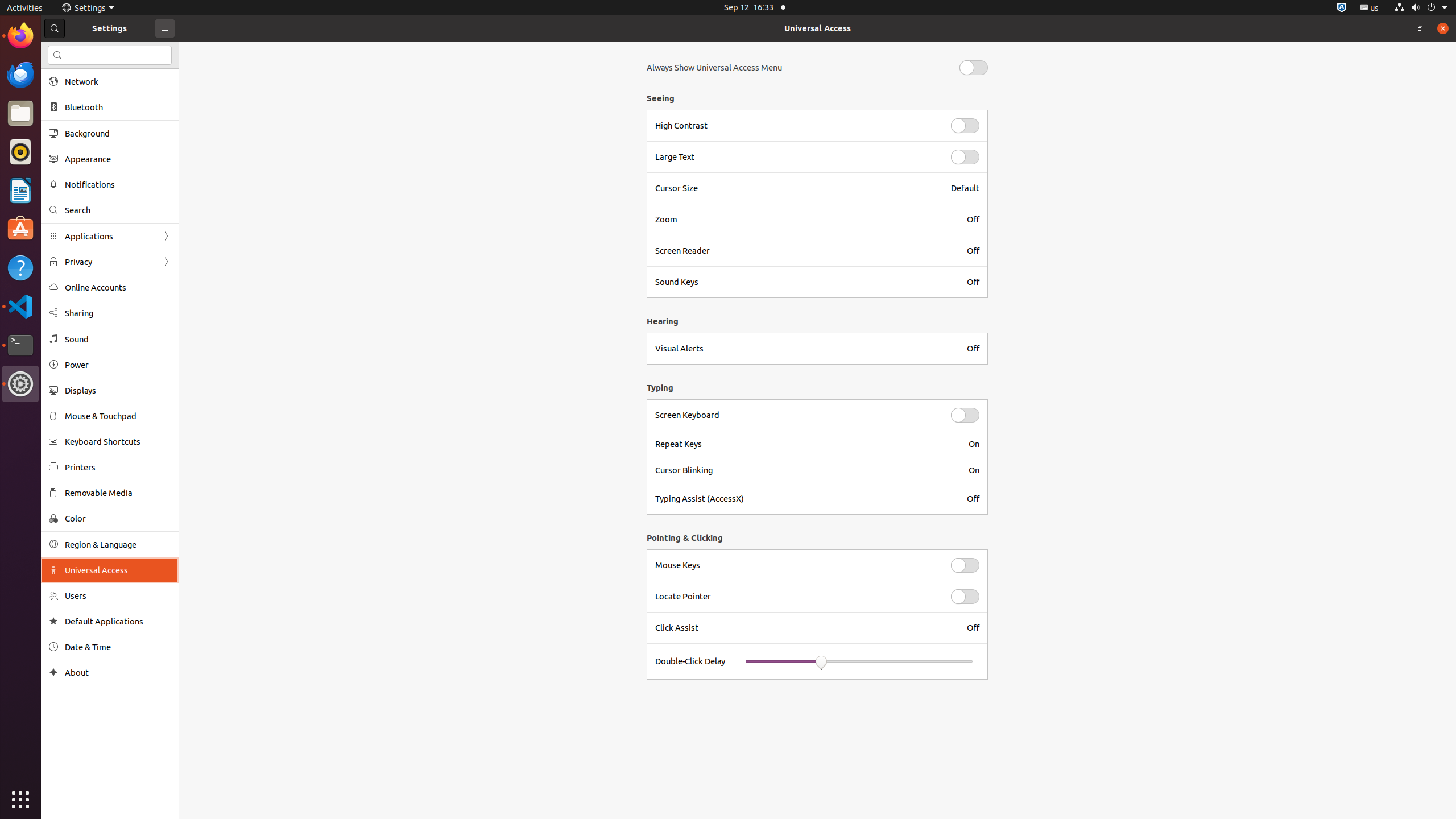  I want to click on 'Terminal', so click(20, 344).